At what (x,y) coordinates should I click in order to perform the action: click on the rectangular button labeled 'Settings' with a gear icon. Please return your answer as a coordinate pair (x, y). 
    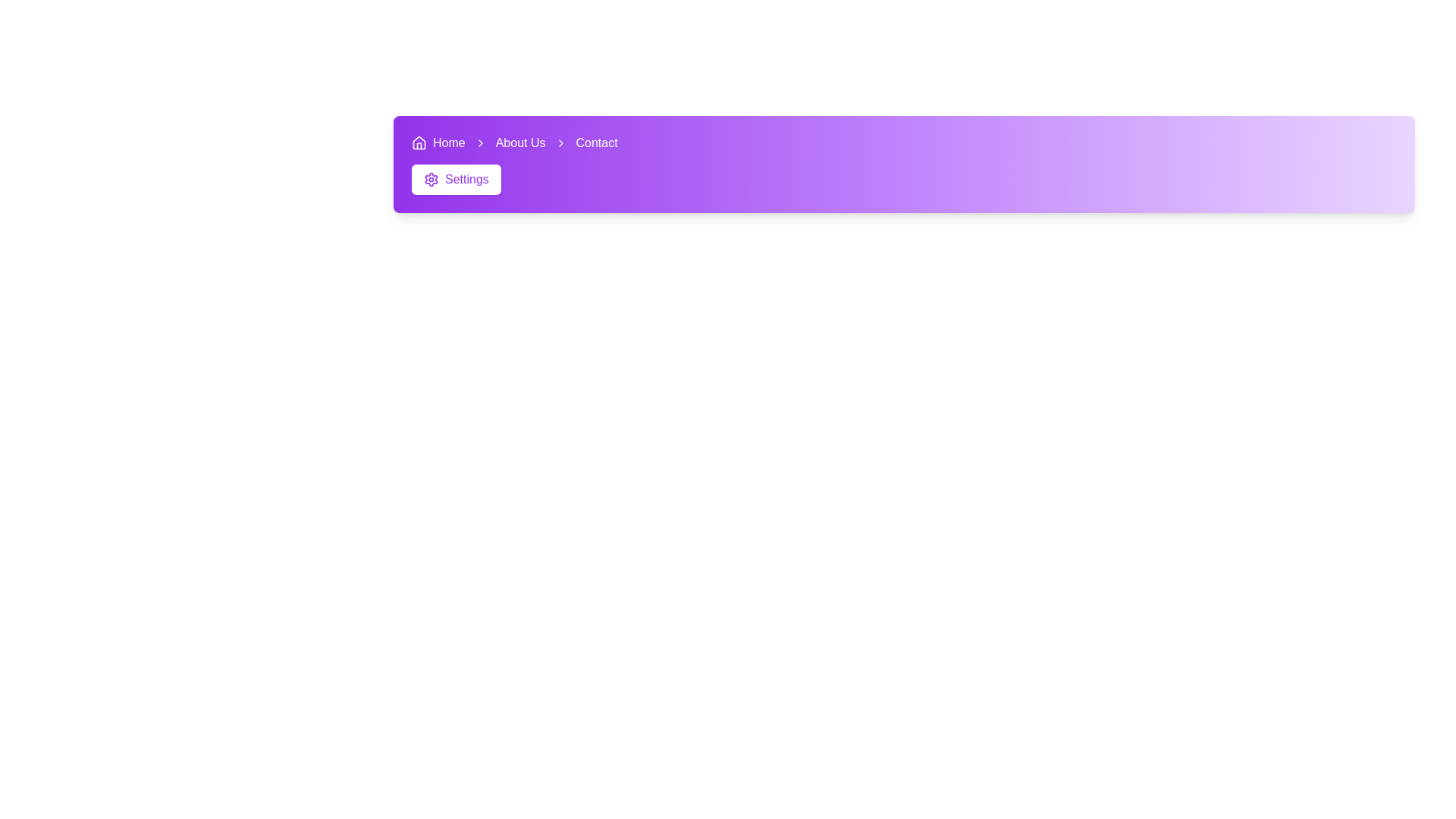
    Looking at the image, I should click on (455, 178).